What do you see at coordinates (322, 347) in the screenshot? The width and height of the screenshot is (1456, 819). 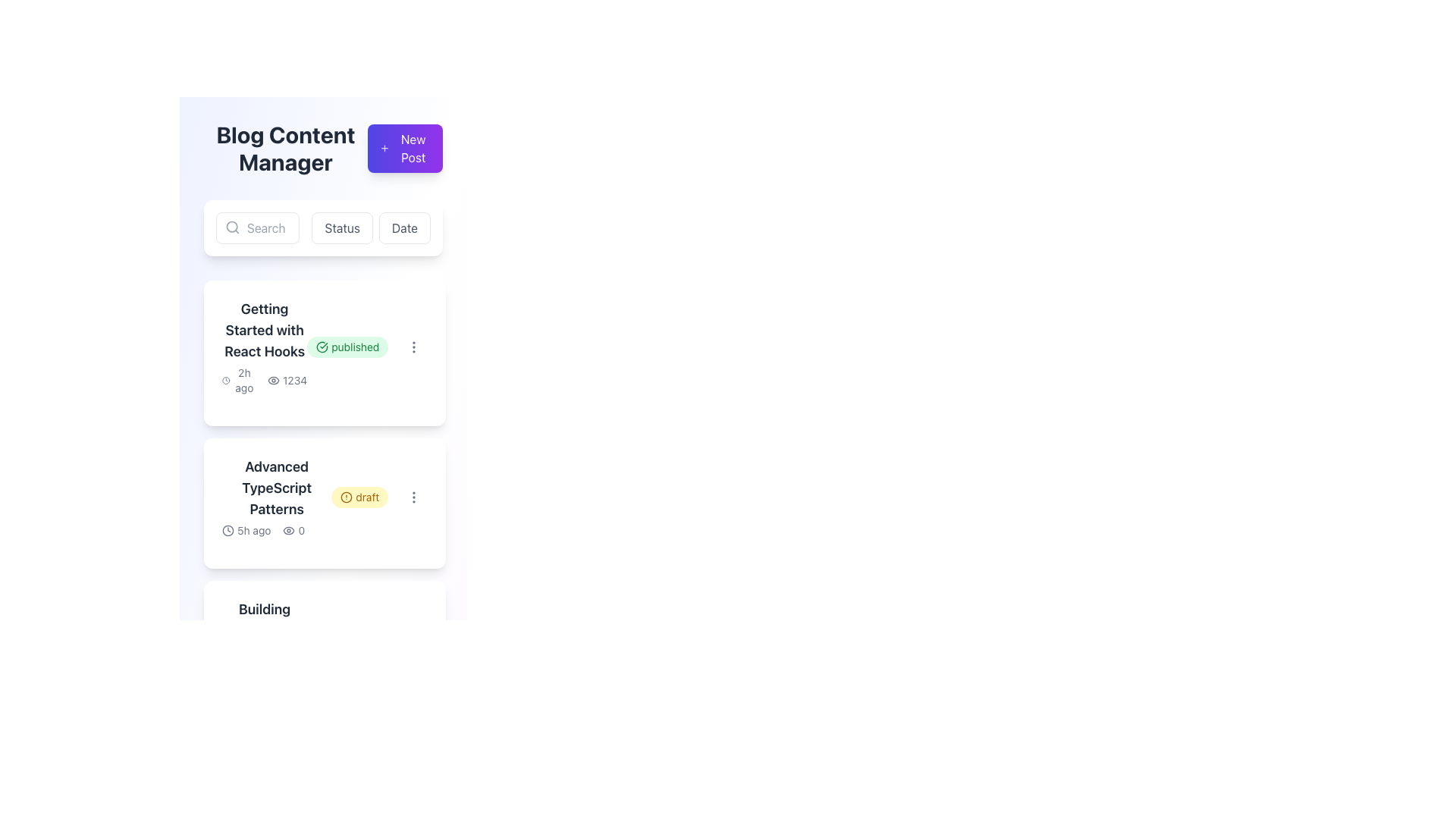 I see `the small circular green icon with a checkmark that indicates a successful or confirmed status, located to the left of the word 'published' in the top-right section of the card describing 'Getting Started with React Hooks'` at bounding box center [322, 347].